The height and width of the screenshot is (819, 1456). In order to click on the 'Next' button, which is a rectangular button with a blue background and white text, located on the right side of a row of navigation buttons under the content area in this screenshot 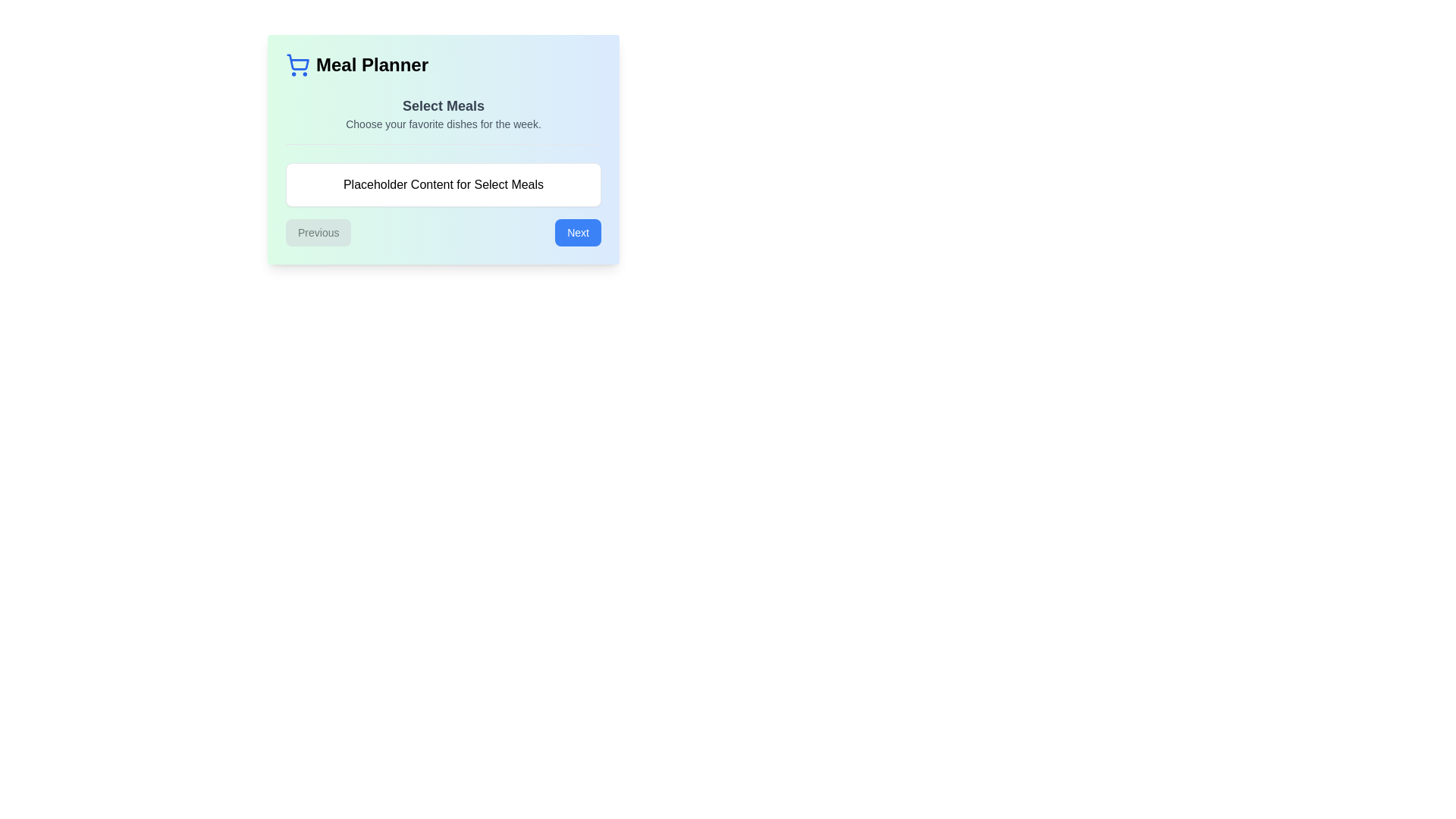, I will do `click(577, 233)`.